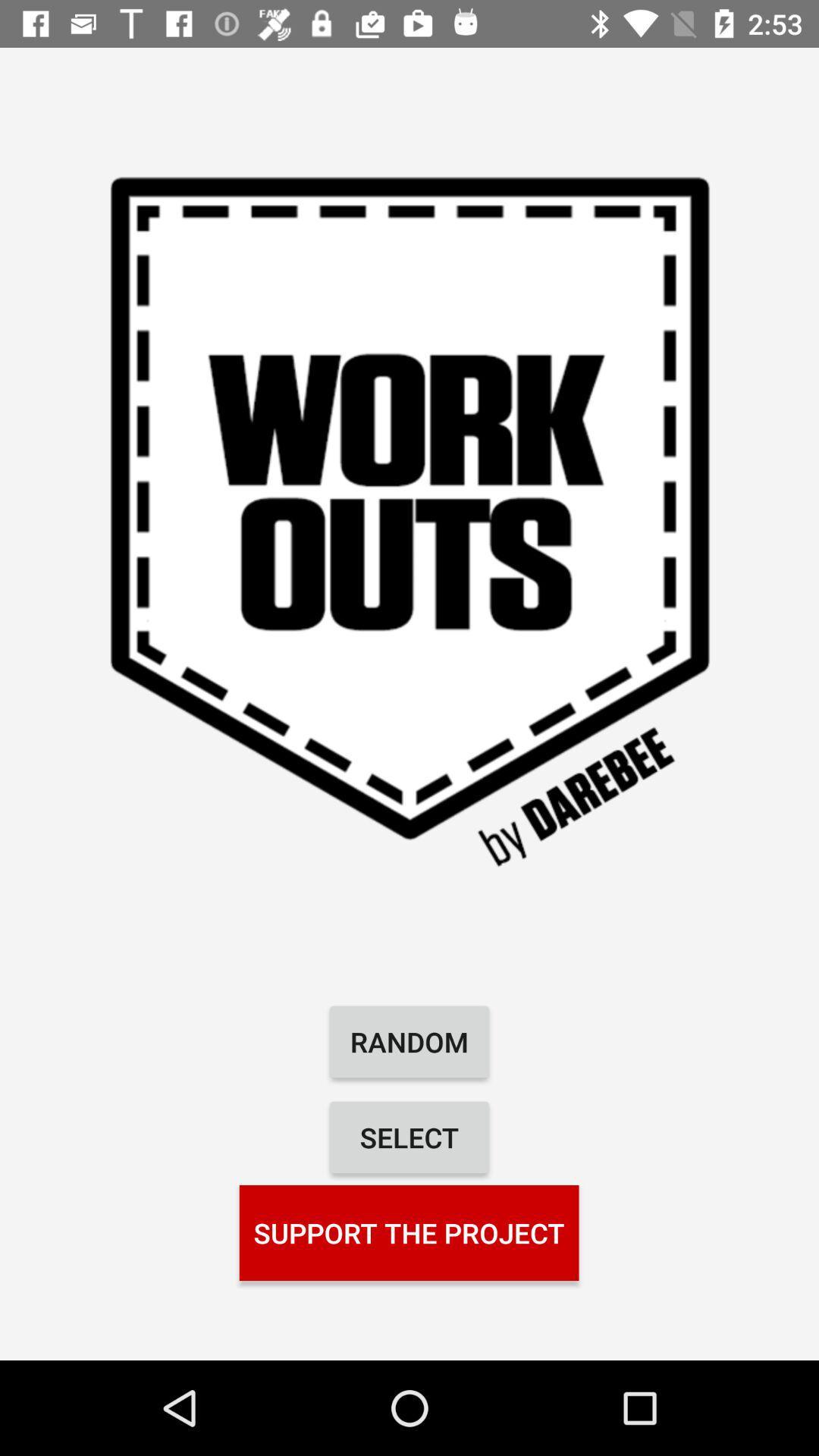 The width and height of the screenshot is (819, 1456). Describe the element at coordinates (408, 1233) in the screenshot. I see `the support the project` at that location.